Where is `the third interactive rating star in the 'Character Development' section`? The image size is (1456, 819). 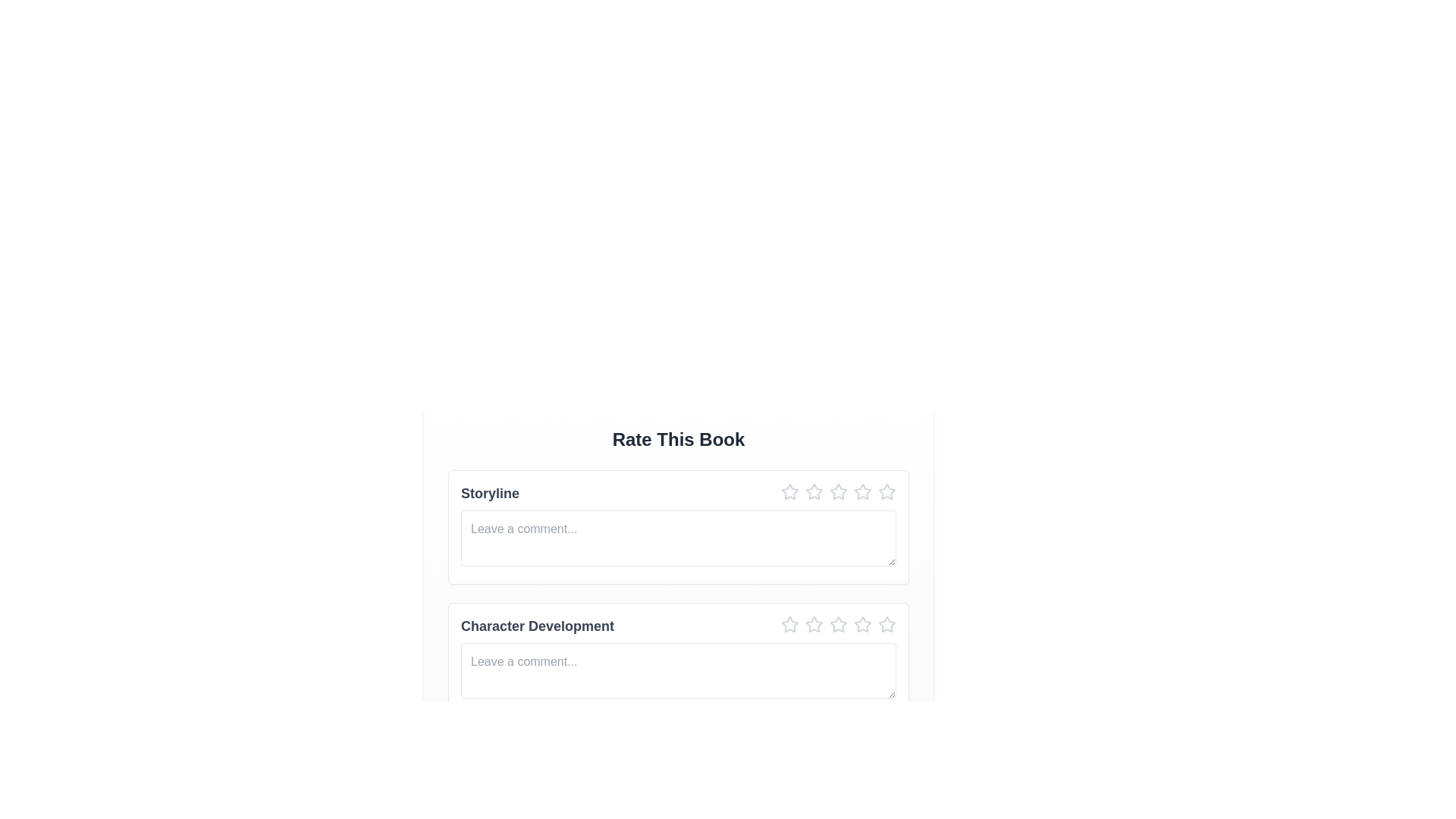 the third interactive rating star in the 'Character Development' section is located at coordinates (814, 625).